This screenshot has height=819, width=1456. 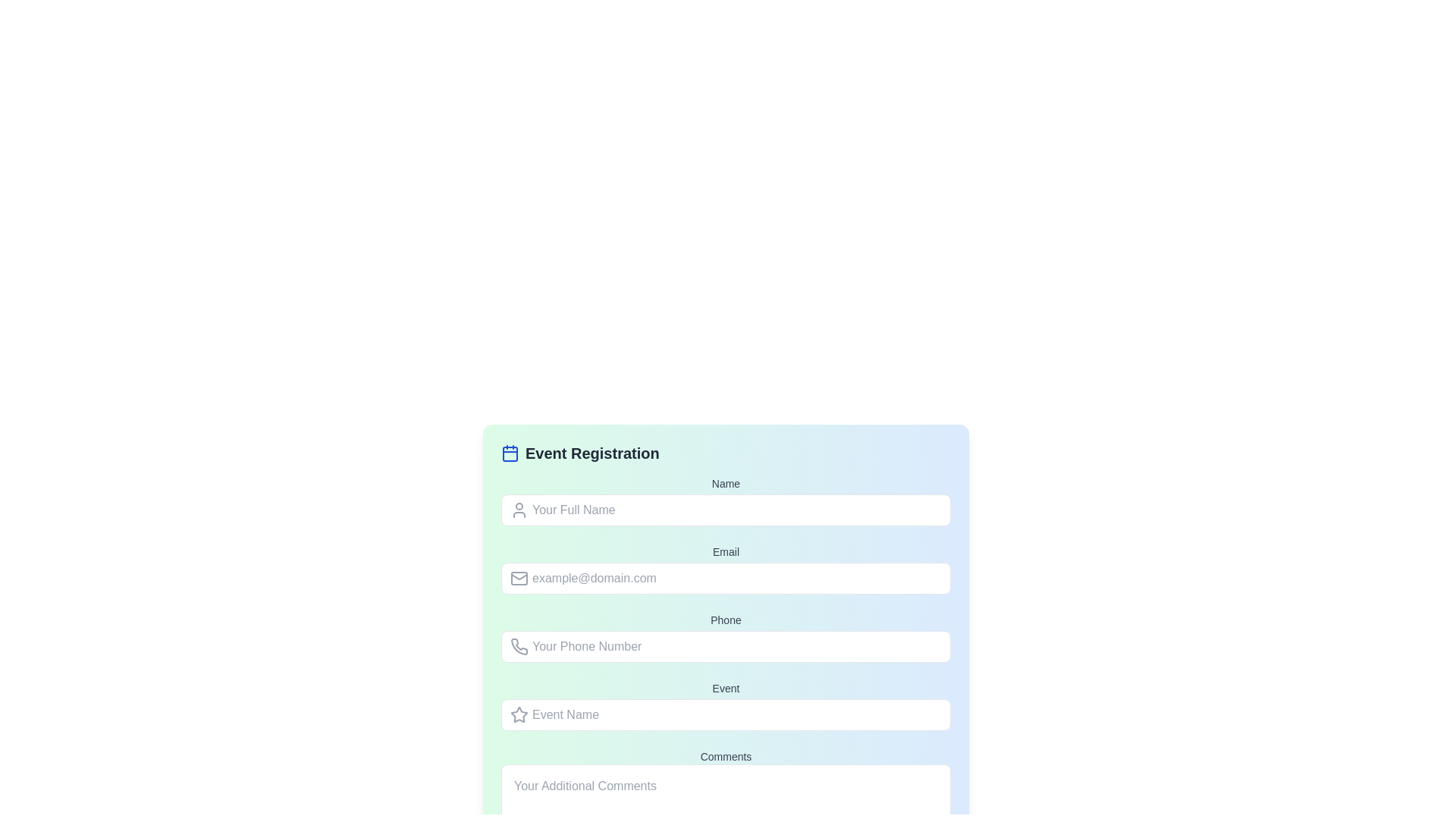 What do you see at coordinates (519, 714) in the screenshot?
I see `the star-shaped icon located to the left of the 'Event Name' input box in the event registration form, which serves a decorative or symbolic role` at bounding box center [519, 714].